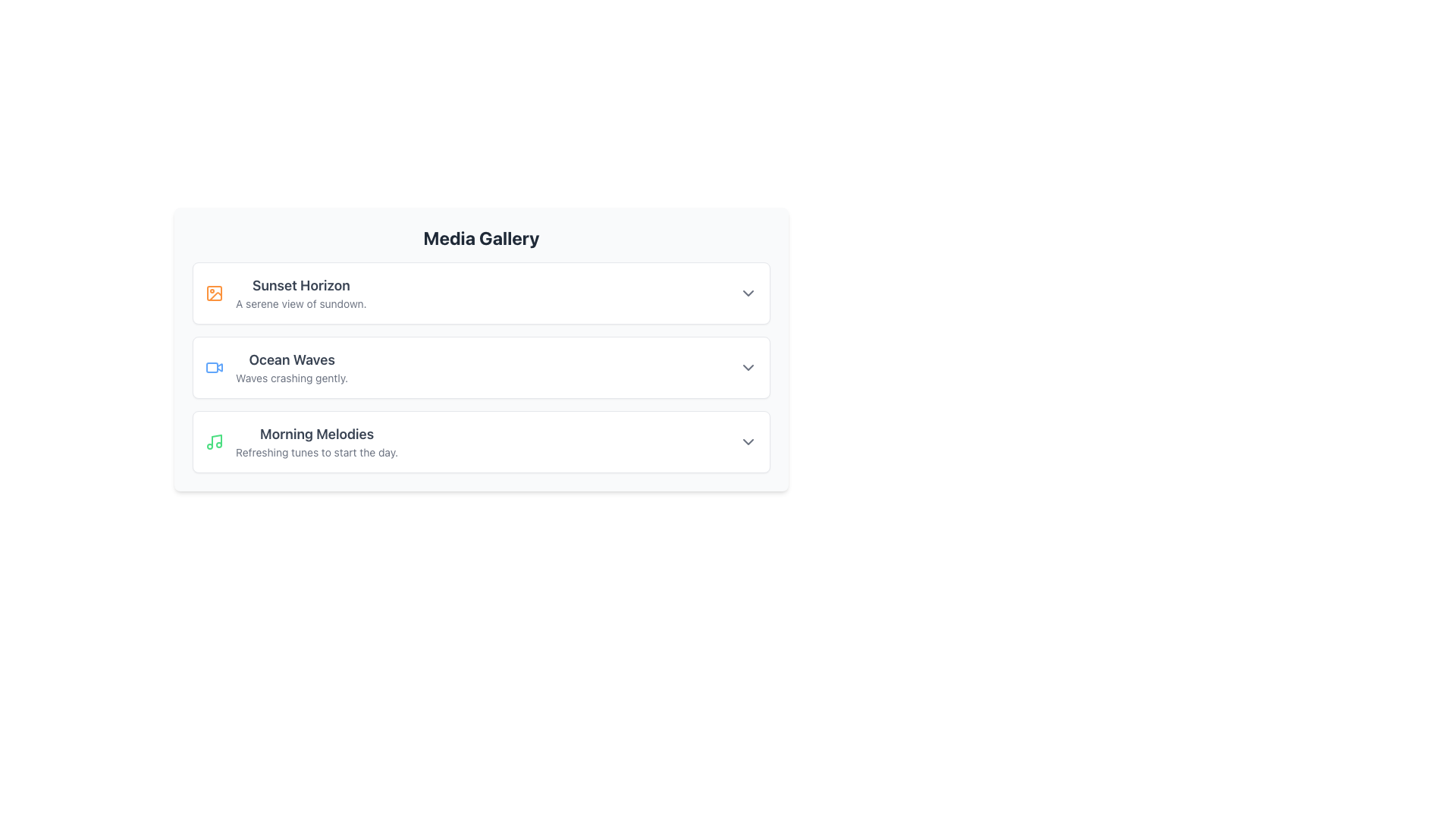  What do you see at coordinates (292, 359) in the screenshot?
I see `the text label displaying 'Ocean Waves'` at bounding box center [292, 359].